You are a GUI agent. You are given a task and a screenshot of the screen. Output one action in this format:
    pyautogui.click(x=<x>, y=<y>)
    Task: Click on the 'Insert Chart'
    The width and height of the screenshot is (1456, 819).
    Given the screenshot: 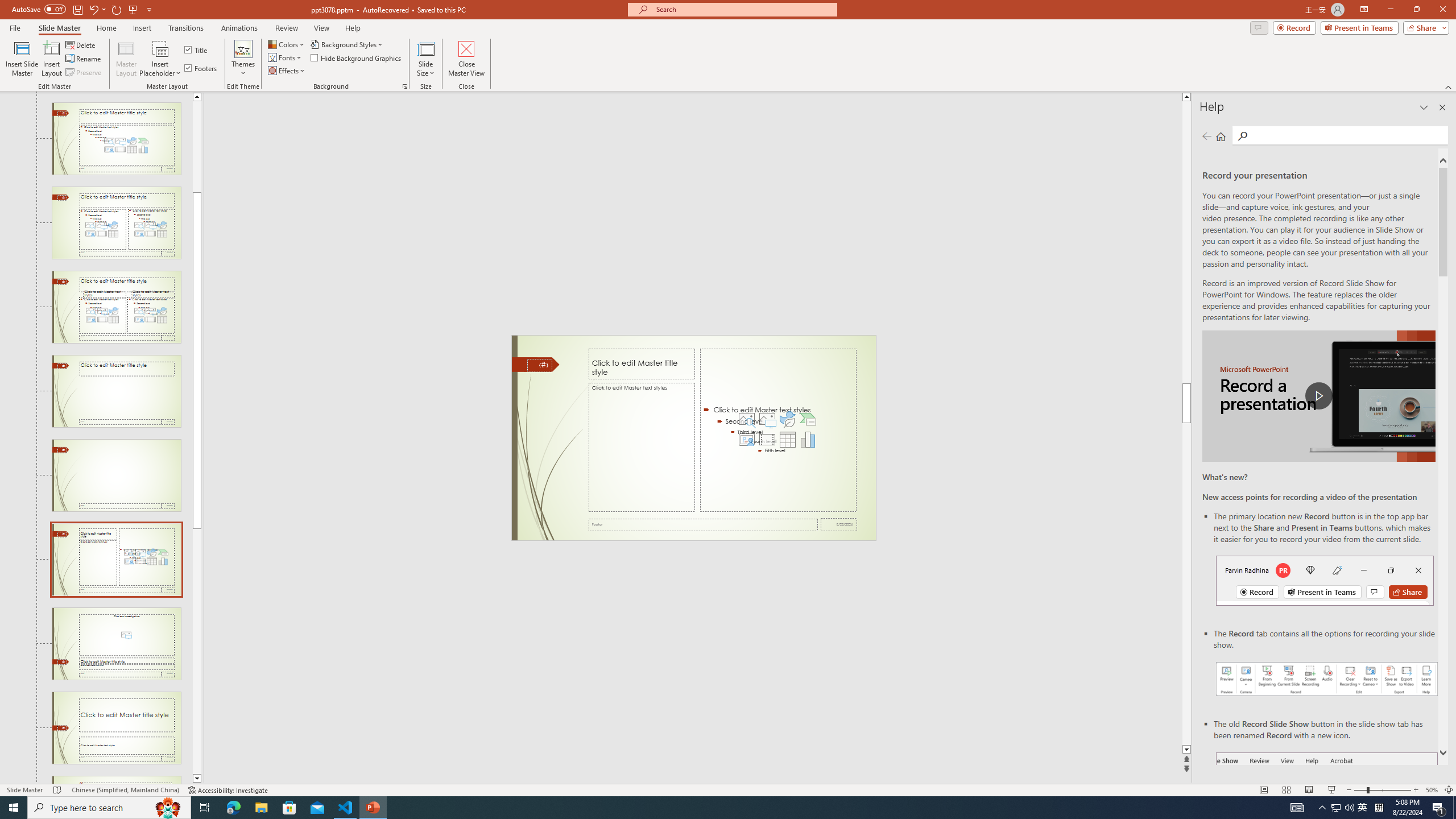 What is the action you would take?
    pyautogui.click(x=807, y=440)
    